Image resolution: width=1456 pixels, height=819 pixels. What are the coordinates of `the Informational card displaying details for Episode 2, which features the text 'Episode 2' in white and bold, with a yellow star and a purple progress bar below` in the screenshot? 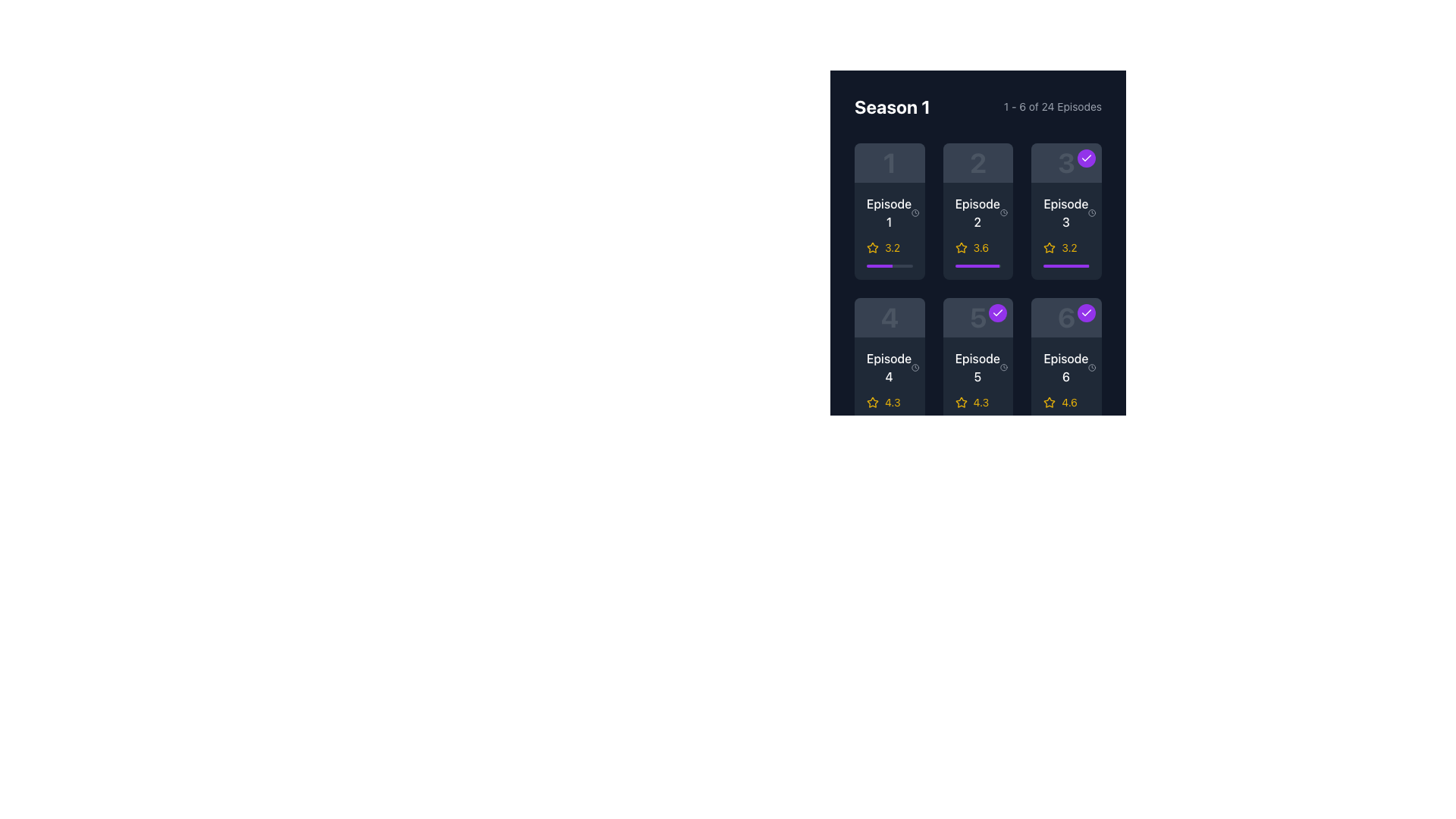 It's located at (978, 231).